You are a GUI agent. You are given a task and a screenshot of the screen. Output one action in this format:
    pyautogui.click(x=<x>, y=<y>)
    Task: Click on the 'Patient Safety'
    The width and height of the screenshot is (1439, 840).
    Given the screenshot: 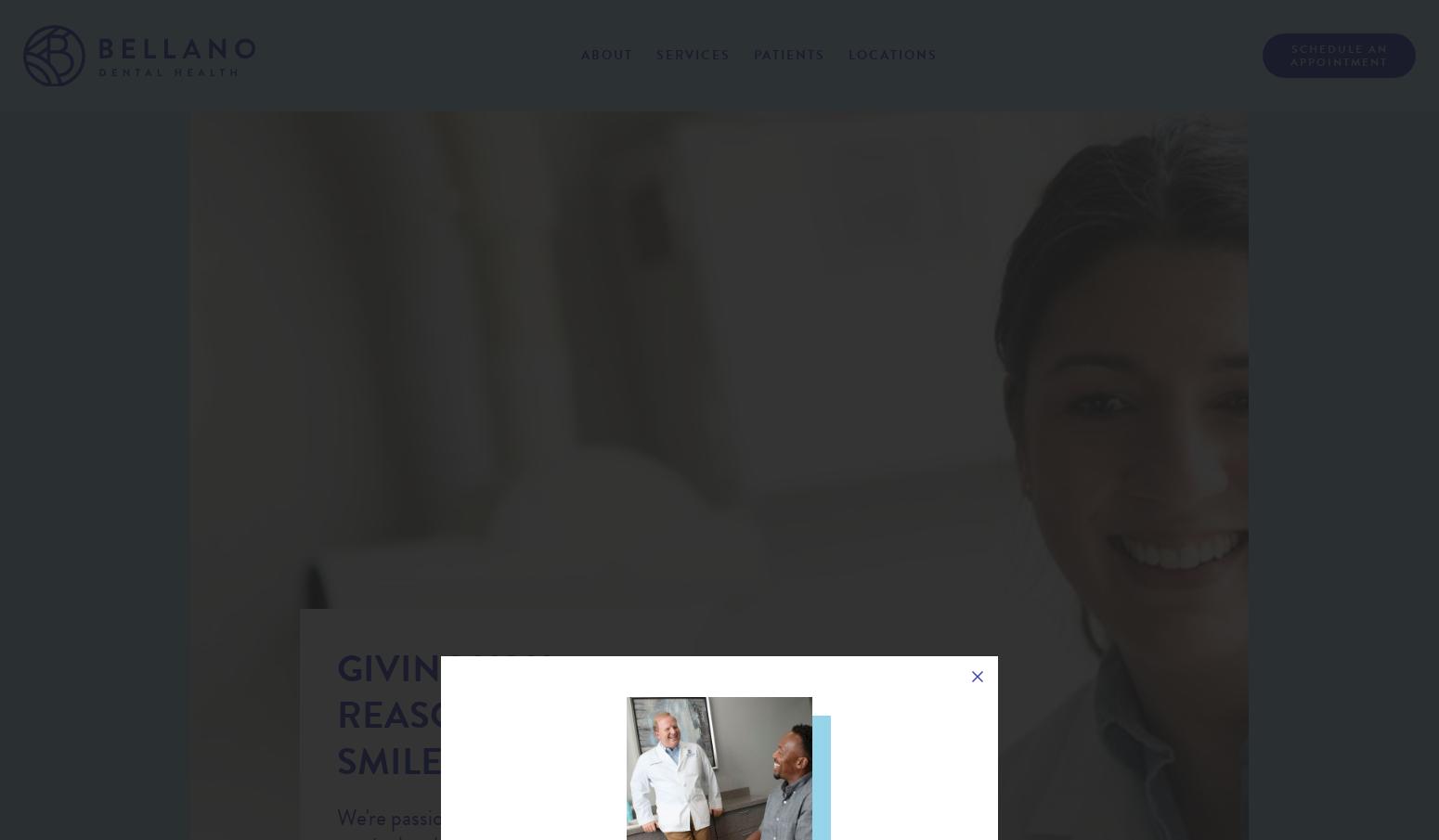 What is the action you would take?
    pyautogui.click(x=640, y=123)
    